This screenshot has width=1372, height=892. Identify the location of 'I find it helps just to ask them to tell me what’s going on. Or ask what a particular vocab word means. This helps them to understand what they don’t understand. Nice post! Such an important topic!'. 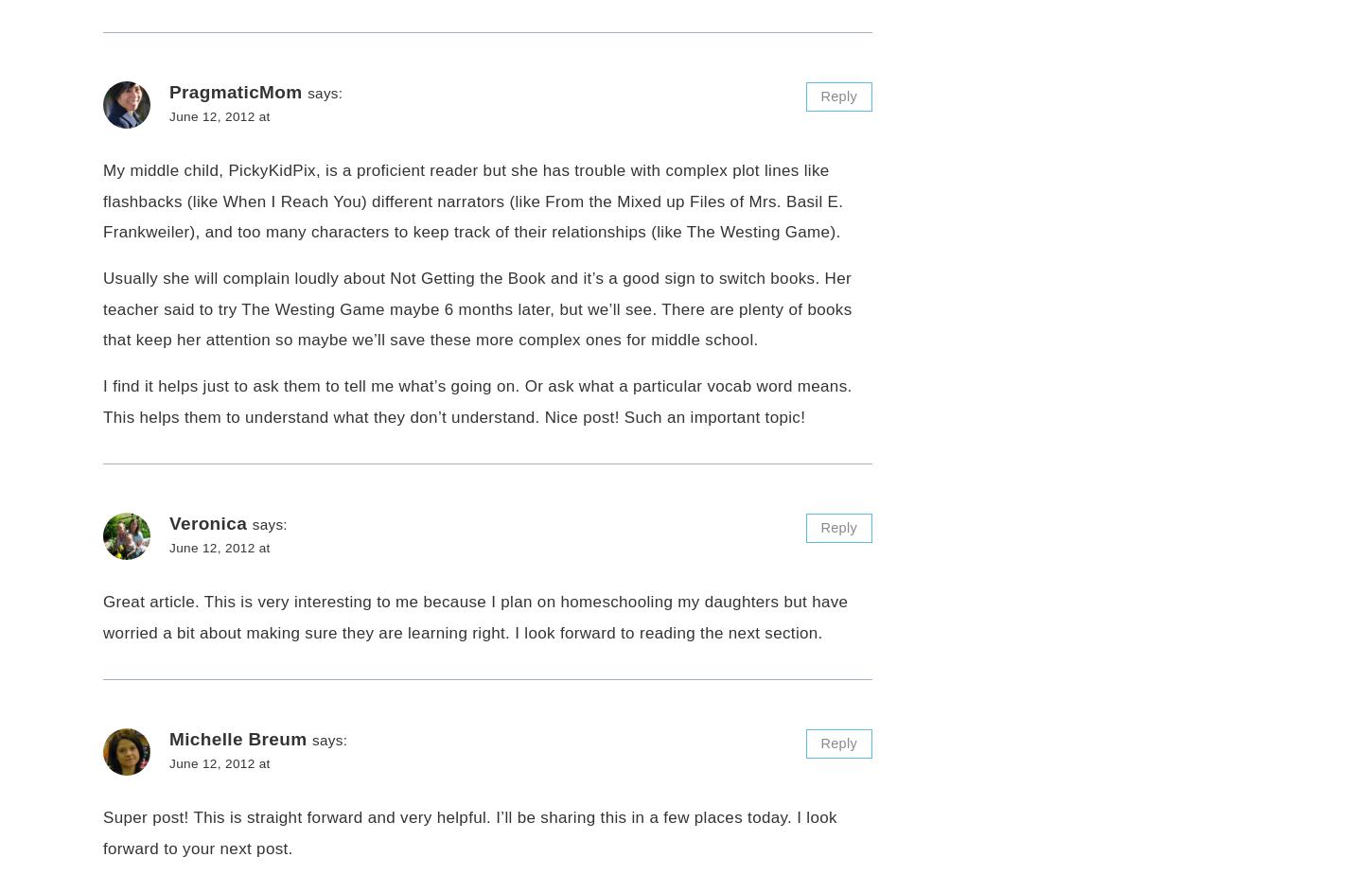
(103, 401).